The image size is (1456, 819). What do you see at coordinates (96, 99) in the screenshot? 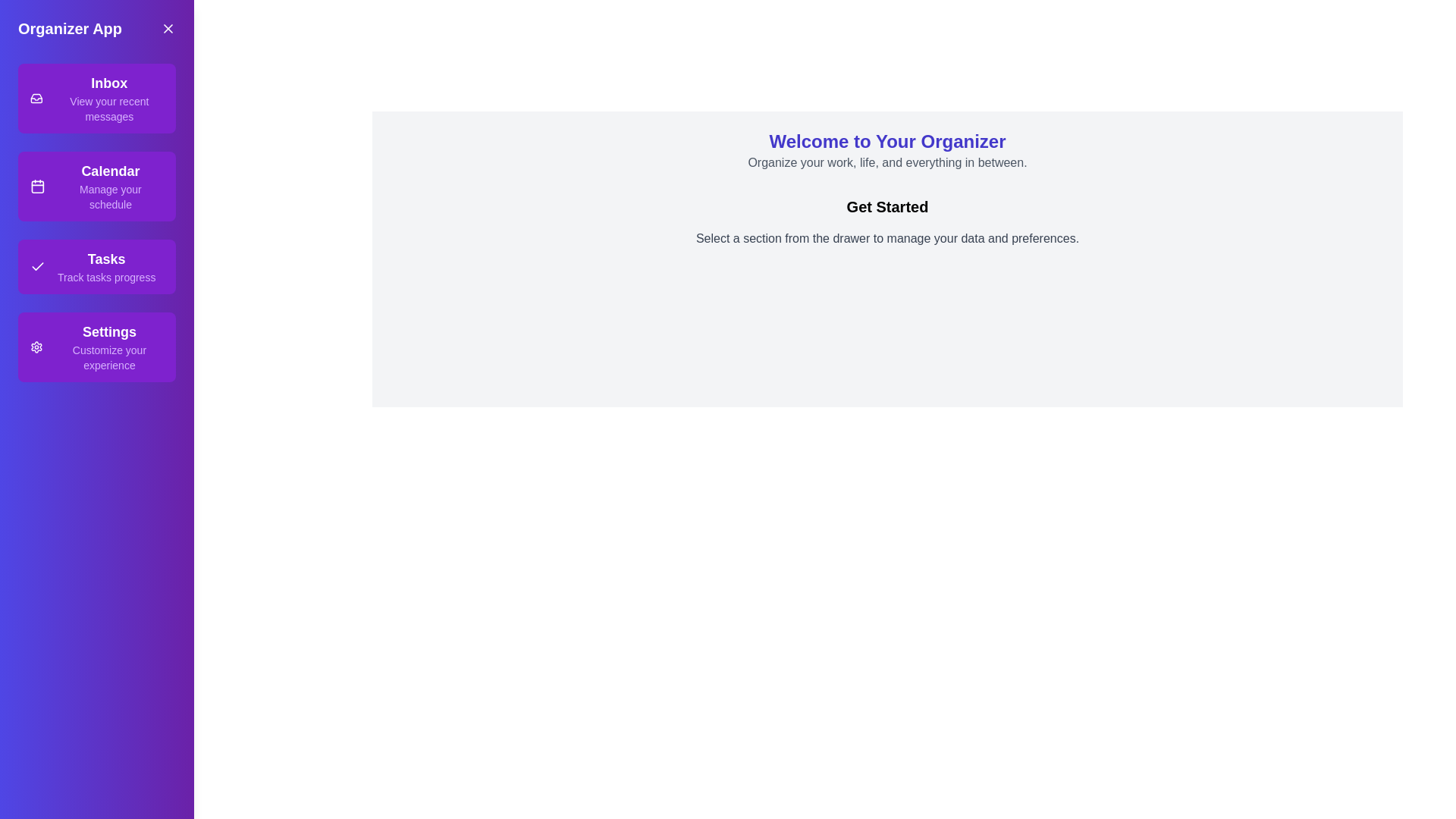
I see `the text of the section Inbox` at bounding box center [96, 99].